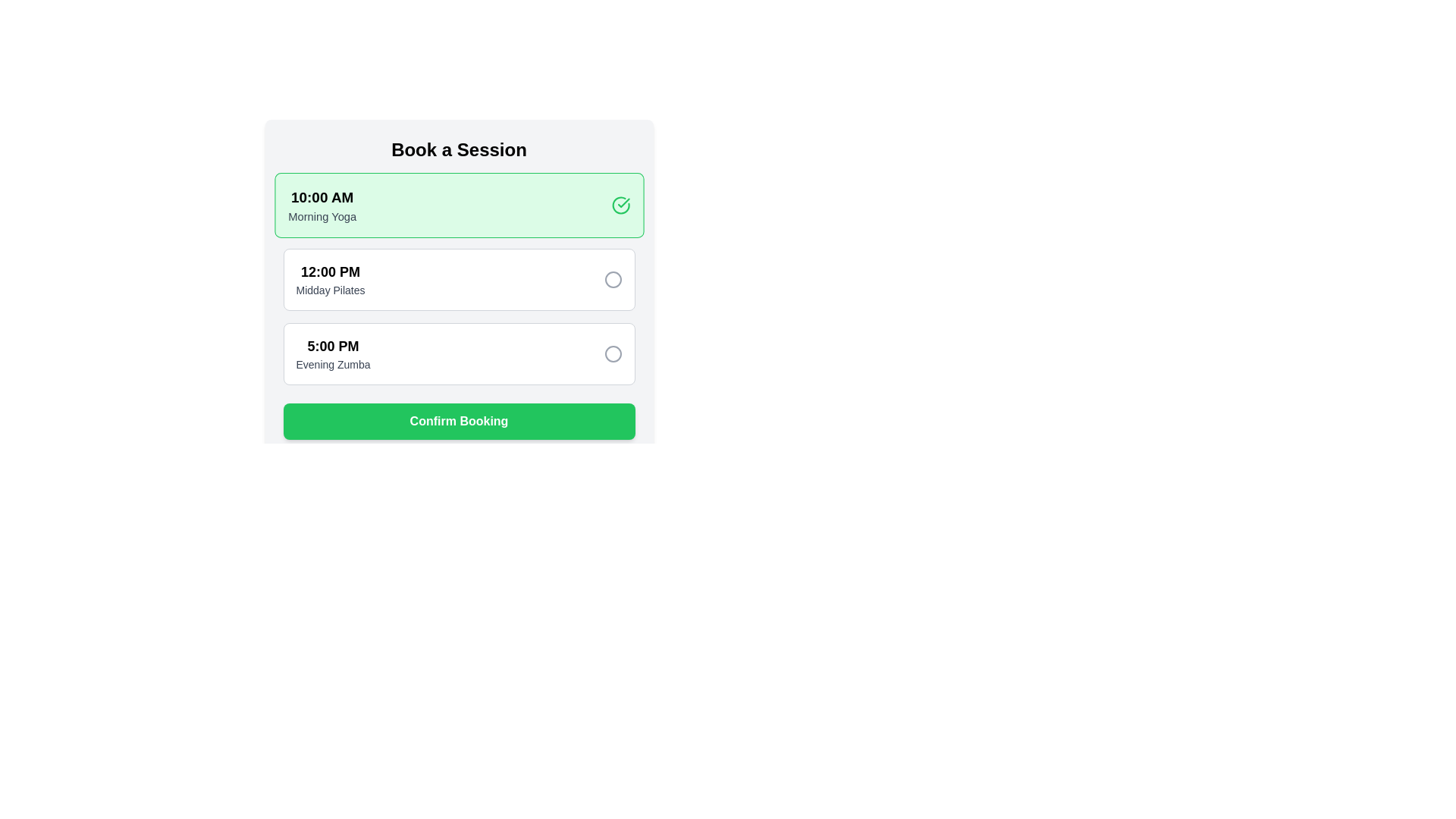 This screenshot has width=1456, height=819. Describe the element at coordinates (613, 280) in the screenshot. I see `the circular radio button styled in light gray located next to the text 'Midday Pilates' in the session booking interface` at that location.